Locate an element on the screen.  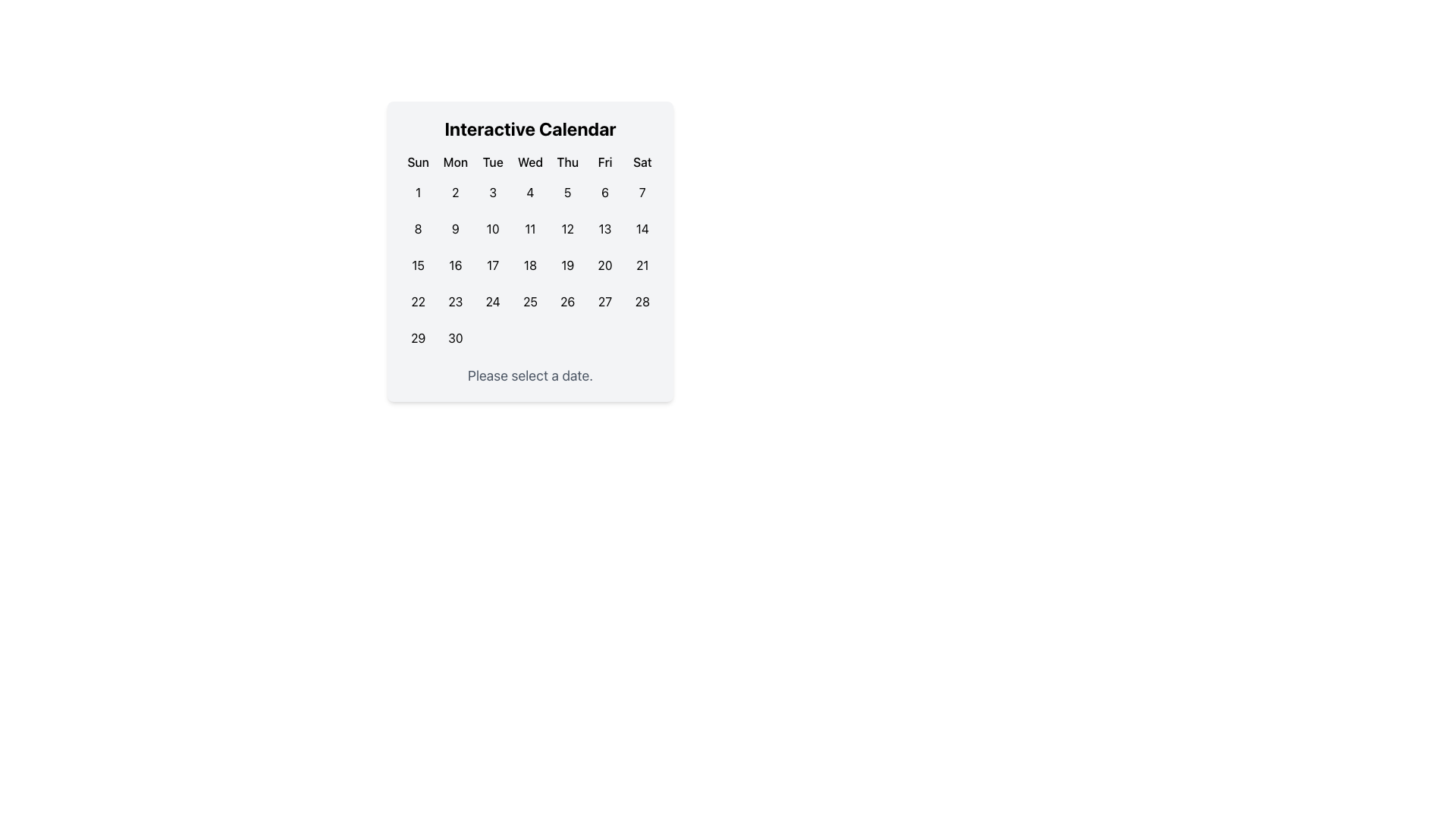
the Interactive date element representing the 29th day in the calendar grid to observe the color change is located at coordinates (418, 337).